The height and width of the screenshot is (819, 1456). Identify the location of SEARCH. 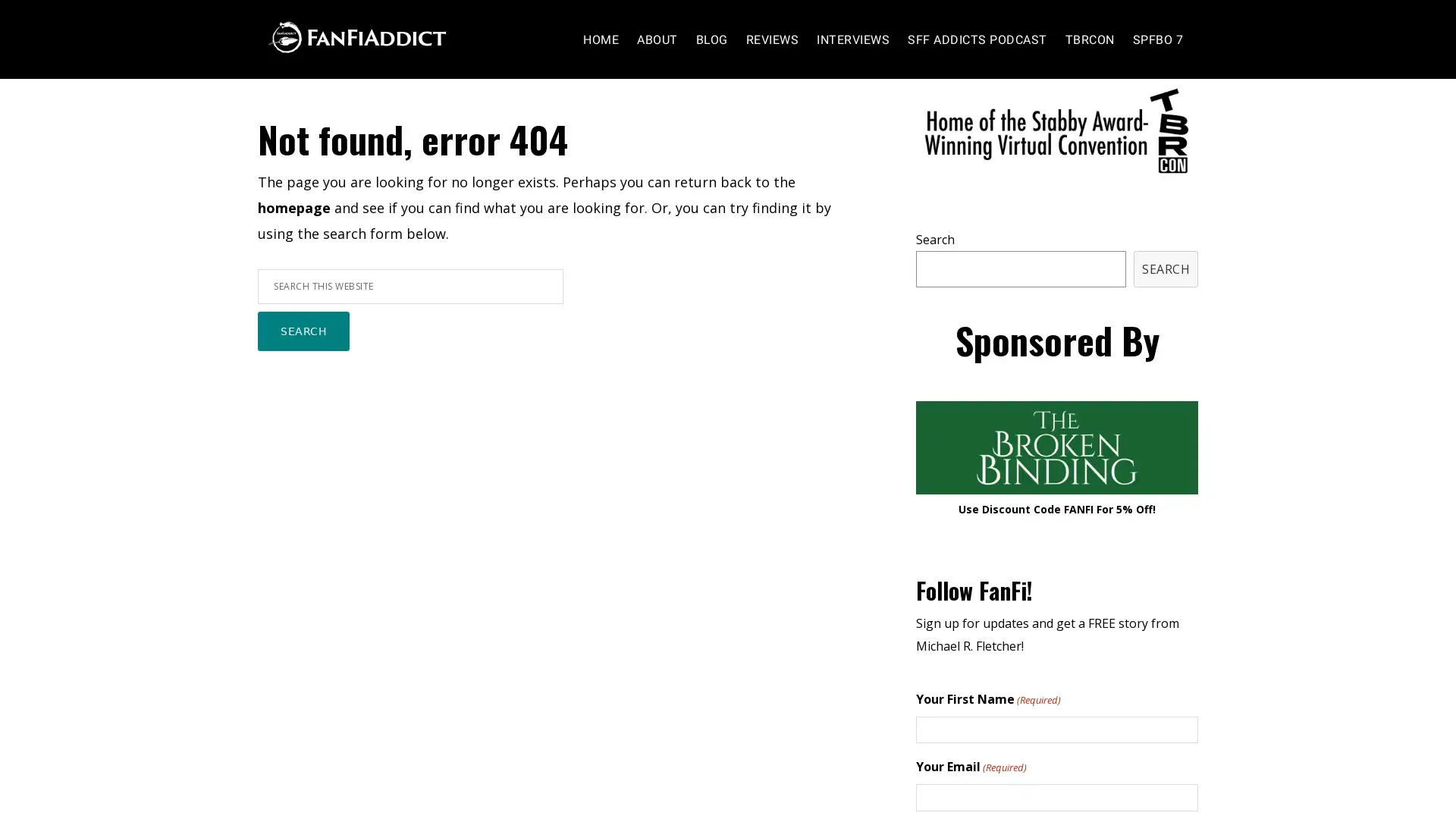
(1165, 298).